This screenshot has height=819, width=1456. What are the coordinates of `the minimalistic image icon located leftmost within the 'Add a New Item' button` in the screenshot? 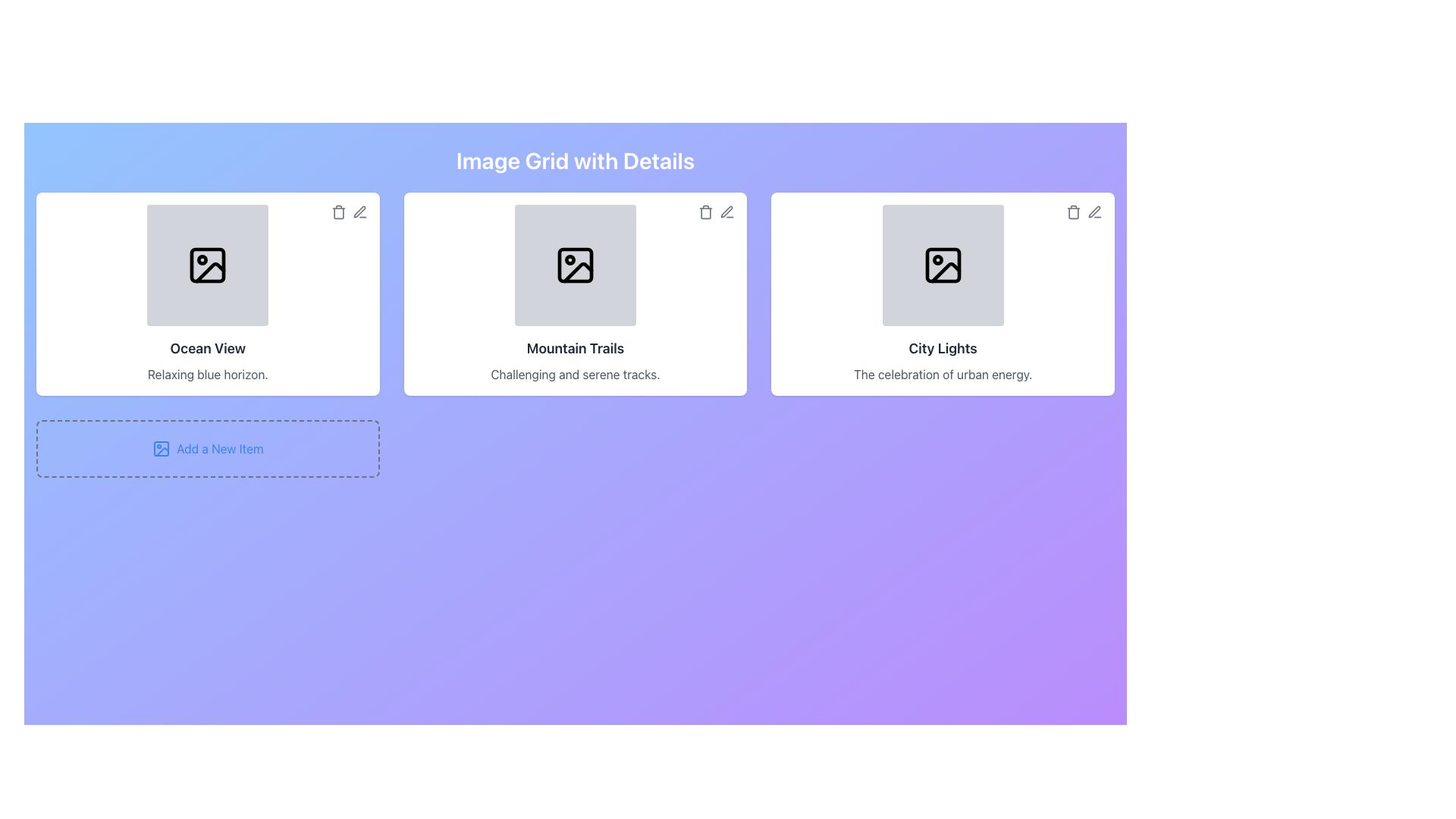 It's located at (162, 447).